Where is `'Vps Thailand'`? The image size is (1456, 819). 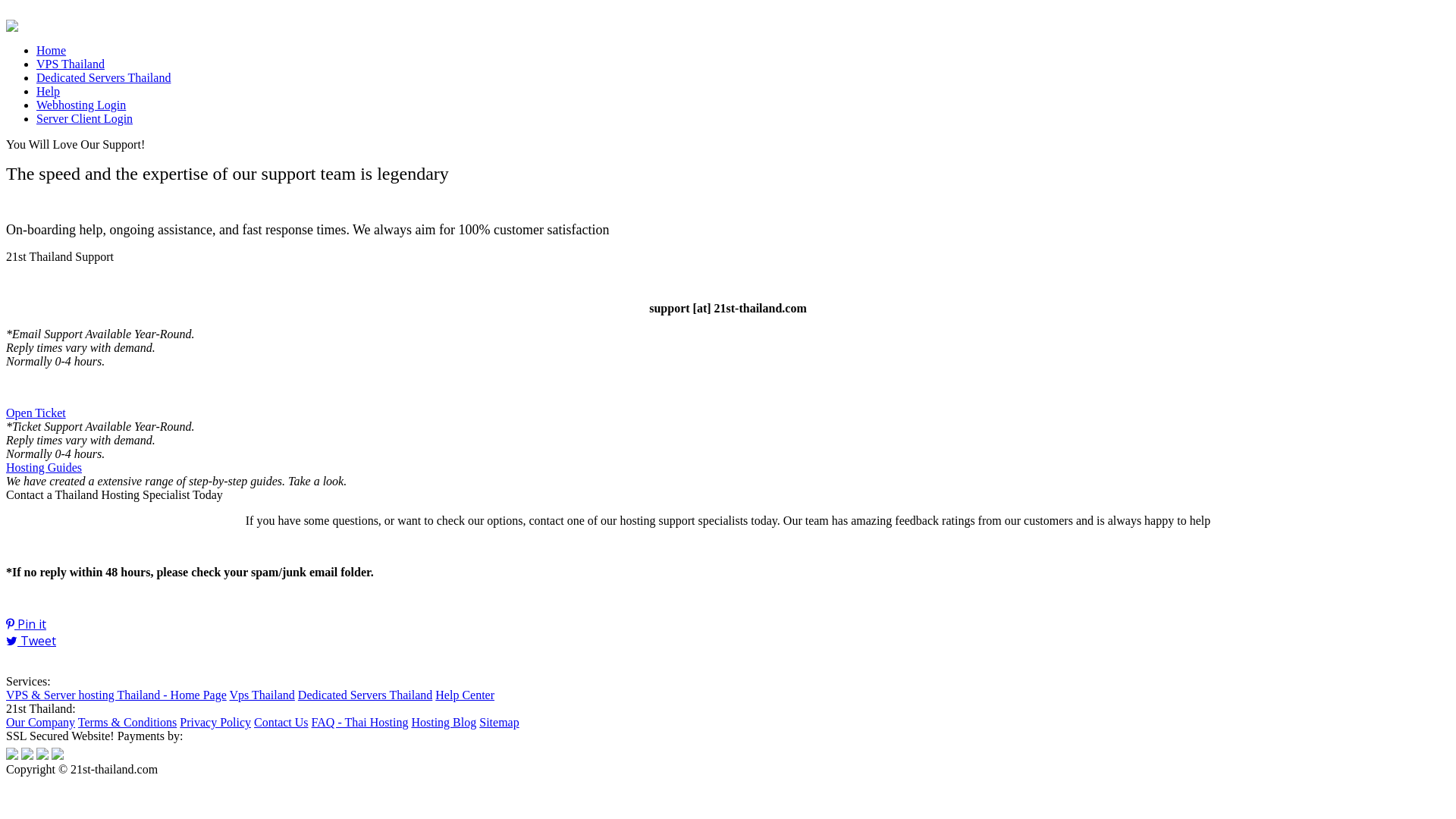
'Vps Thailand' is located at coordinates (262, 695).